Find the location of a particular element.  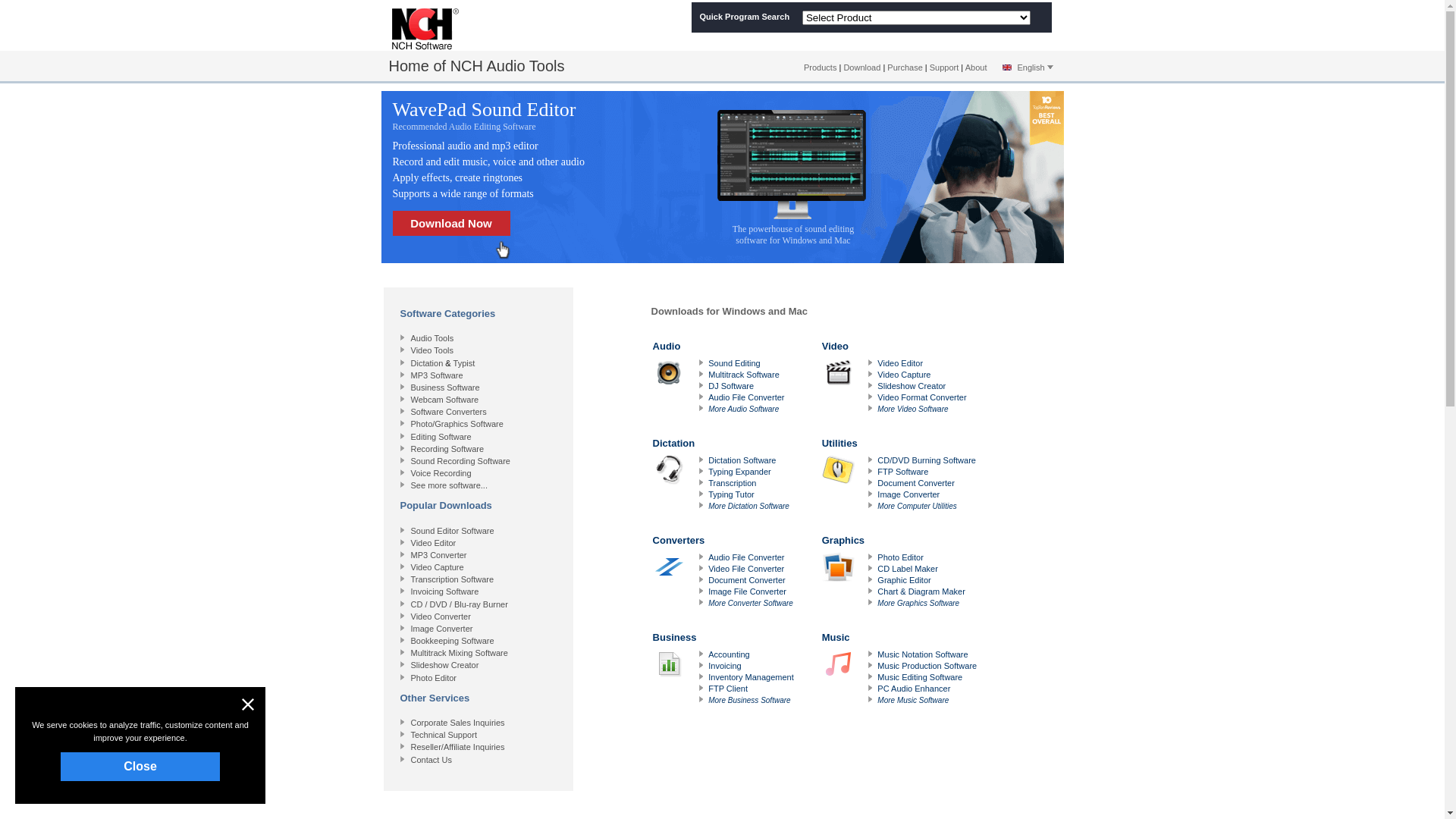

'Video Tools' is located at coordinates (411, 350).